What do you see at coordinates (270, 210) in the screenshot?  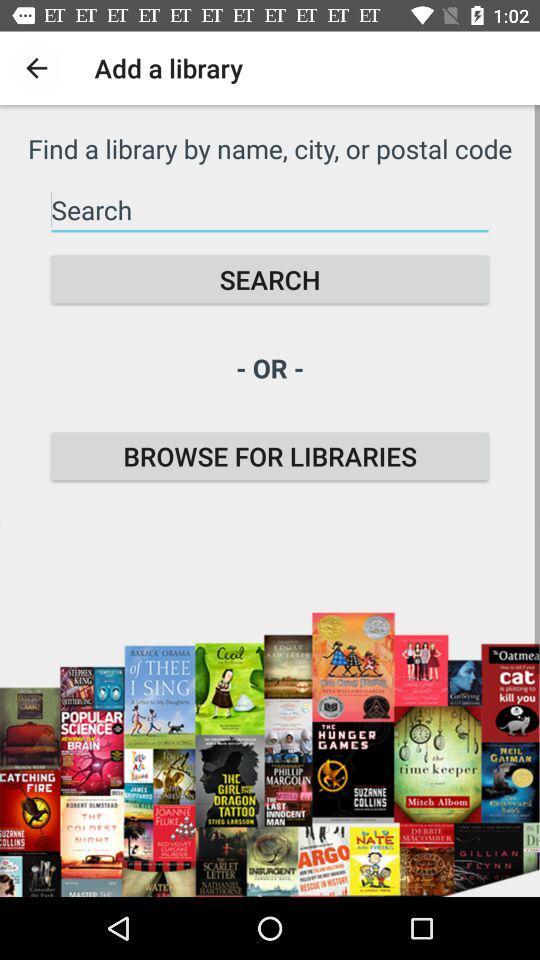 I see `search word` at bounding box center [270, 210].